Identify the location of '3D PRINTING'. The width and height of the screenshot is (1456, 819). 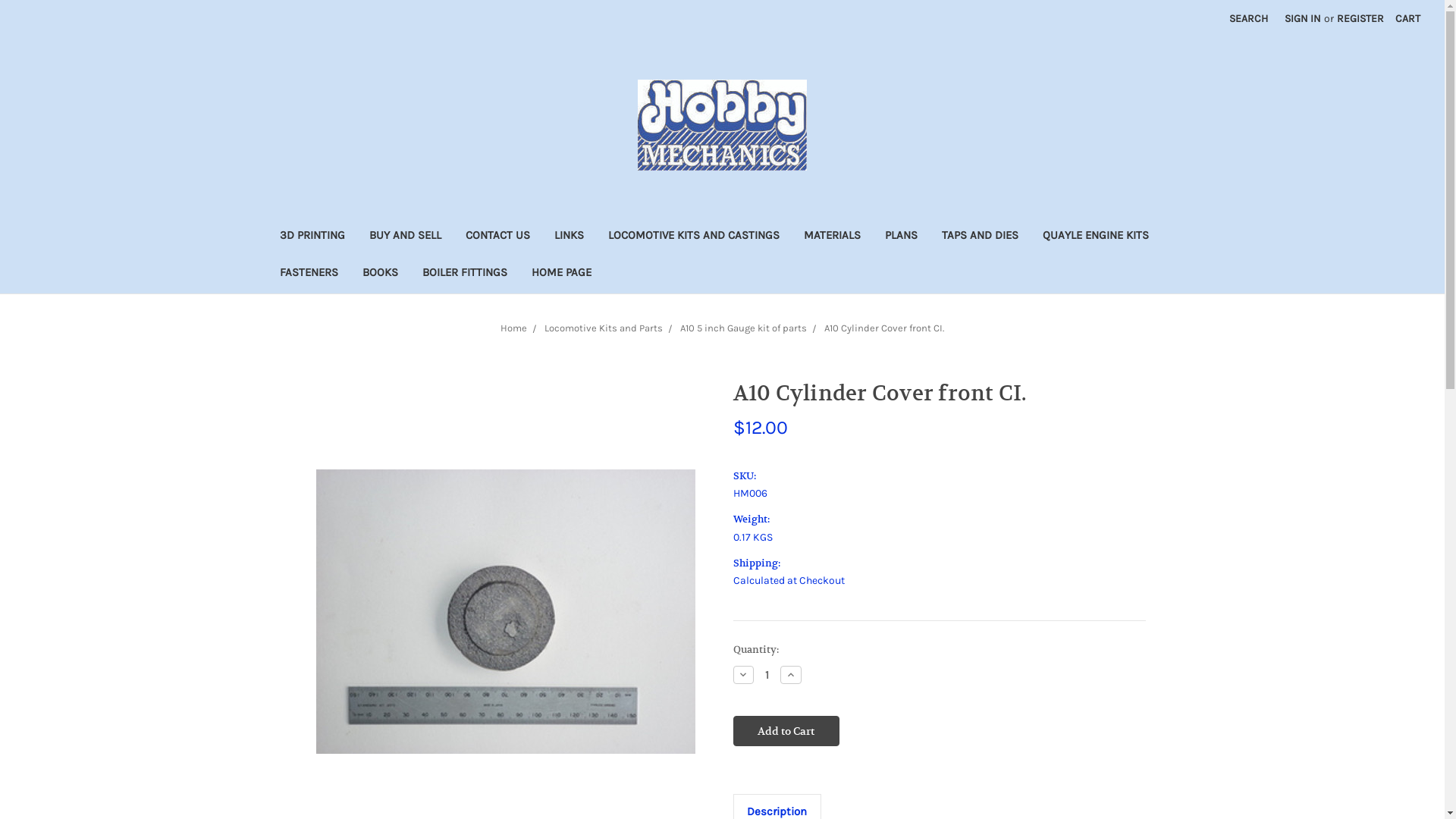
(311, 237).